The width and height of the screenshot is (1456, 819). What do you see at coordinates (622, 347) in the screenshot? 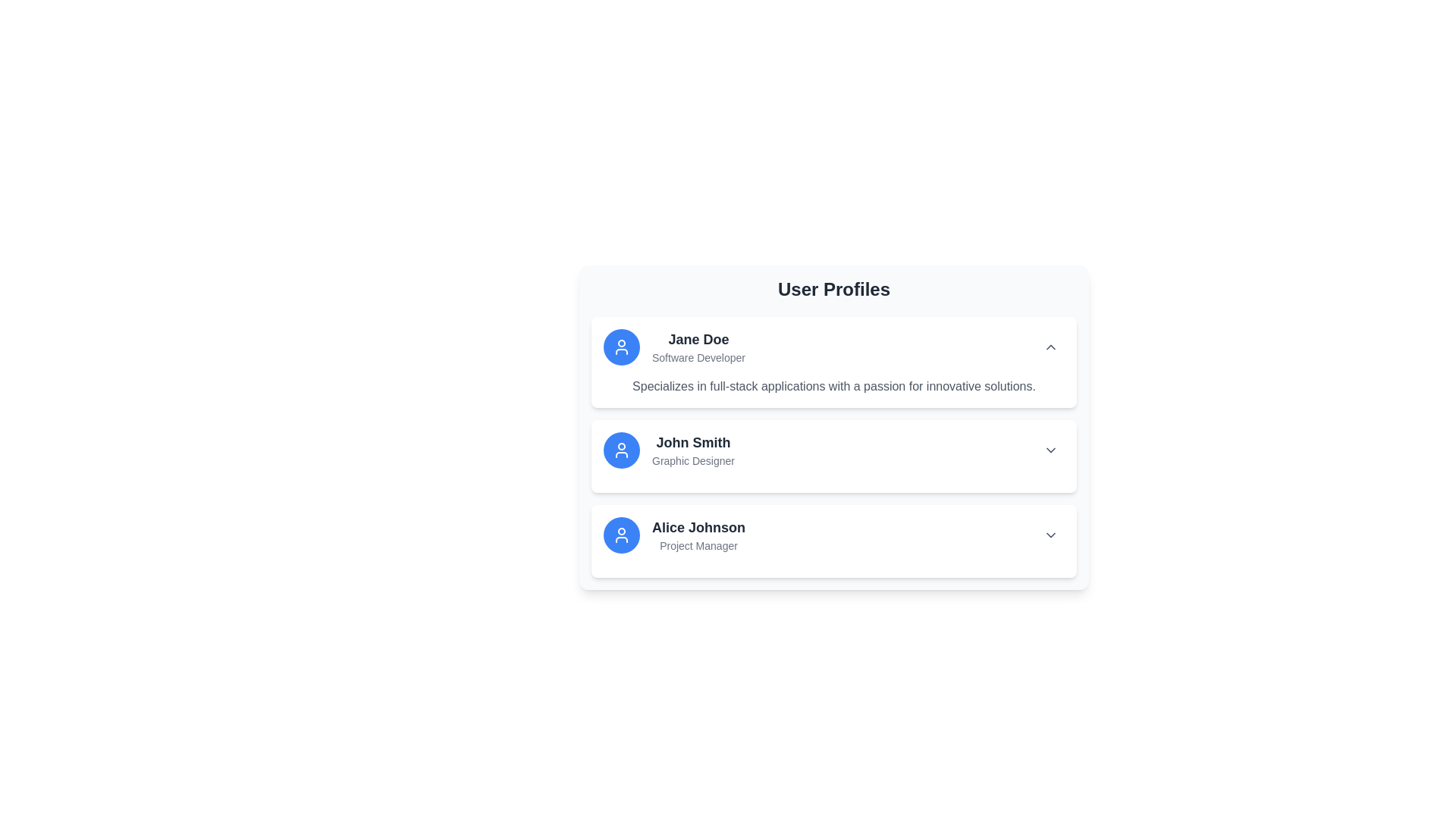
I see `the circular blue icon on the left side of the user profile card labeled 'Jane Doe' in the 'User Profiles' section` at bounding box center [622, 347].